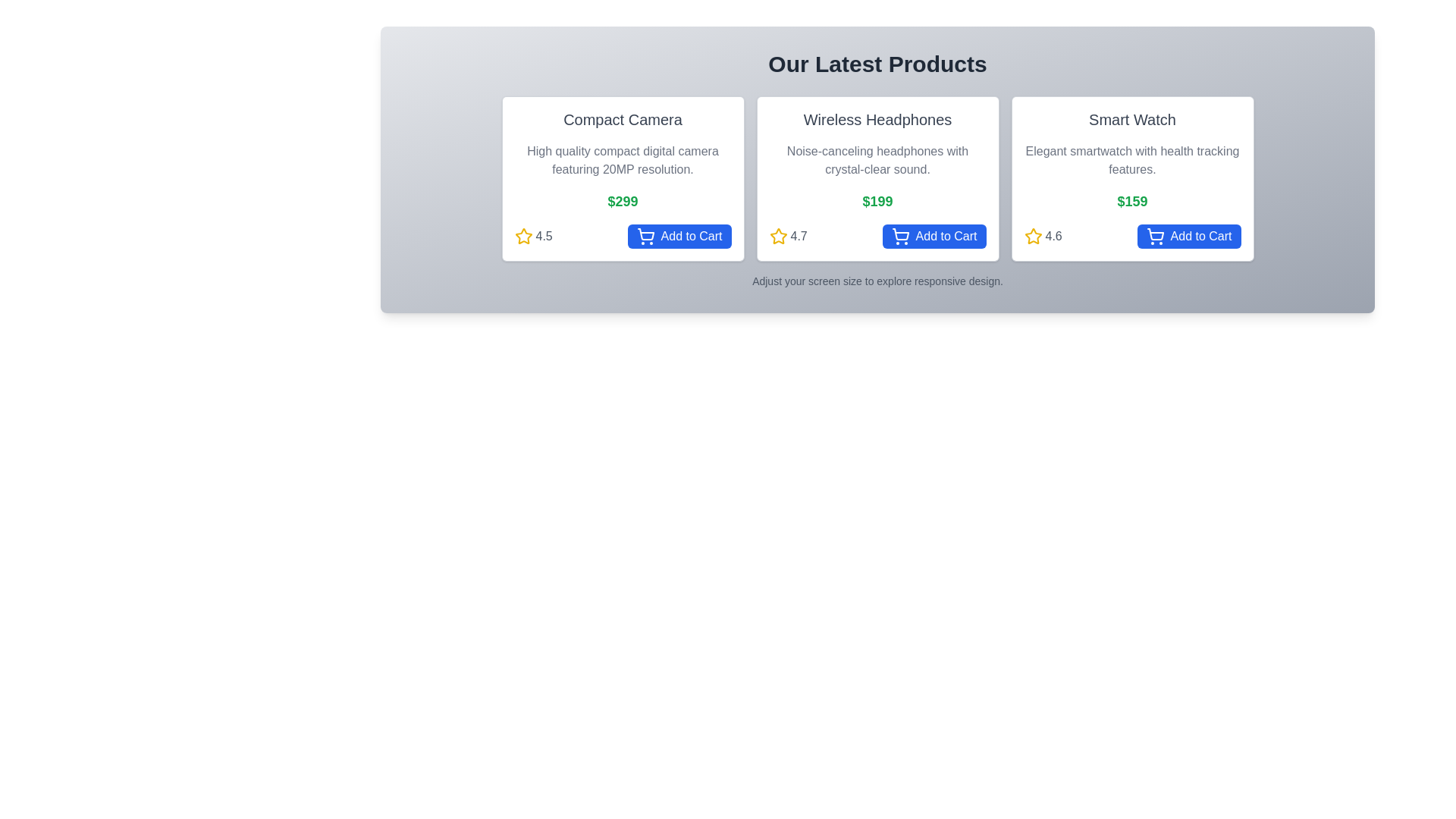 Image resolution: width=1456 pixels, height=819 pixels. I want to click on the text label displaying the numerical rating of the product located in the right part of the central card, which is positioned immediately to the right of a yellow star icon and above a blue 'Add to Cart' button, so click(798, 237).